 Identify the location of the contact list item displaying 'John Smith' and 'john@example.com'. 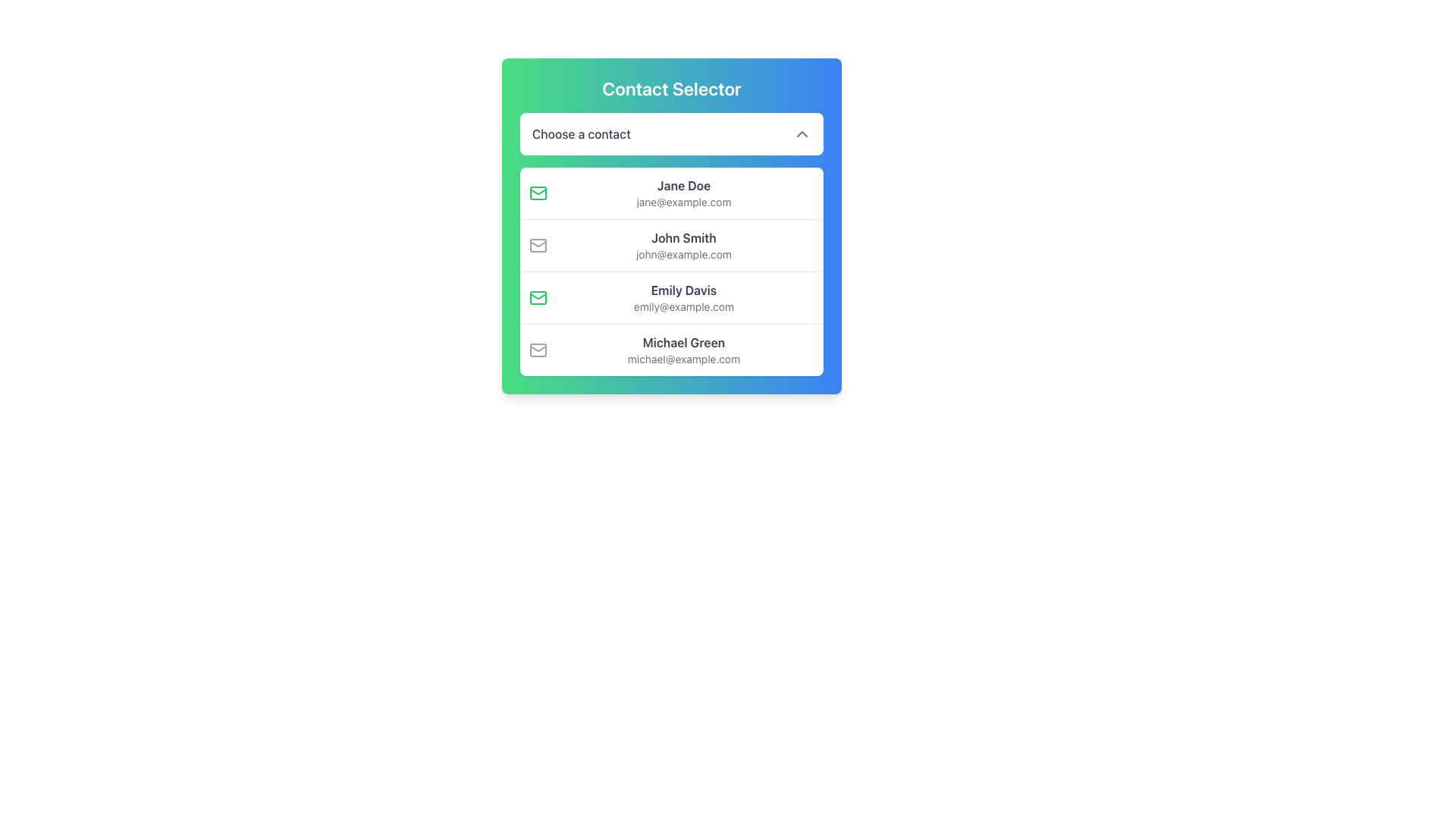
(671, 226).